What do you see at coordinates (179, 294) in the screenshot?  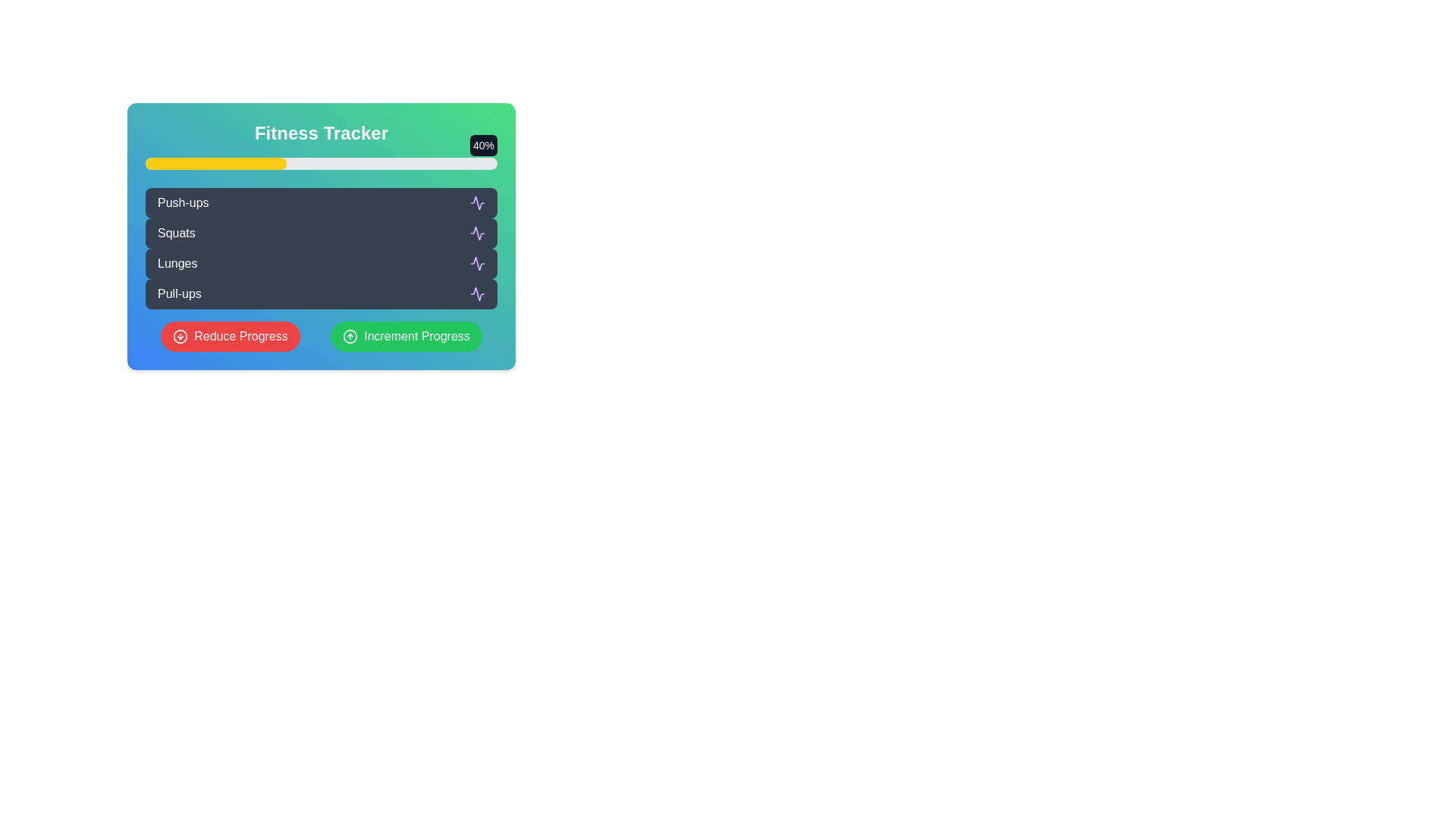 I see `to select or interact with the 'Pull-ups' entry, which is the fourth item in a vertically stacked list of exercises styled in white on a dark blue background` at bounding box center [179, 294].